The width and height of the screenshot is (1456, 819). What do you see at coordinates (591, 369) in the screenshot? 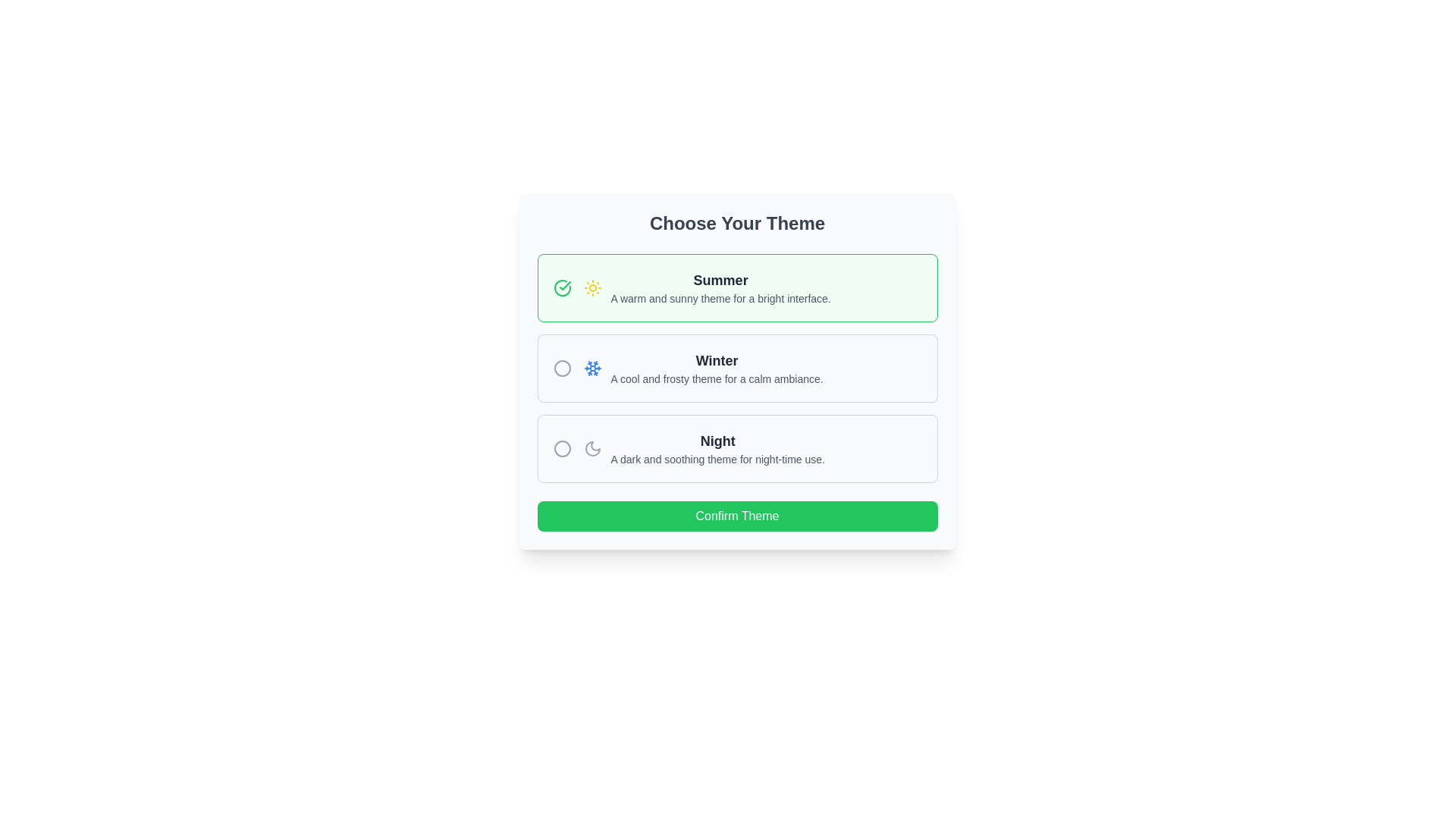
I see `the snowflake icon` at bounding box center [591, 369].